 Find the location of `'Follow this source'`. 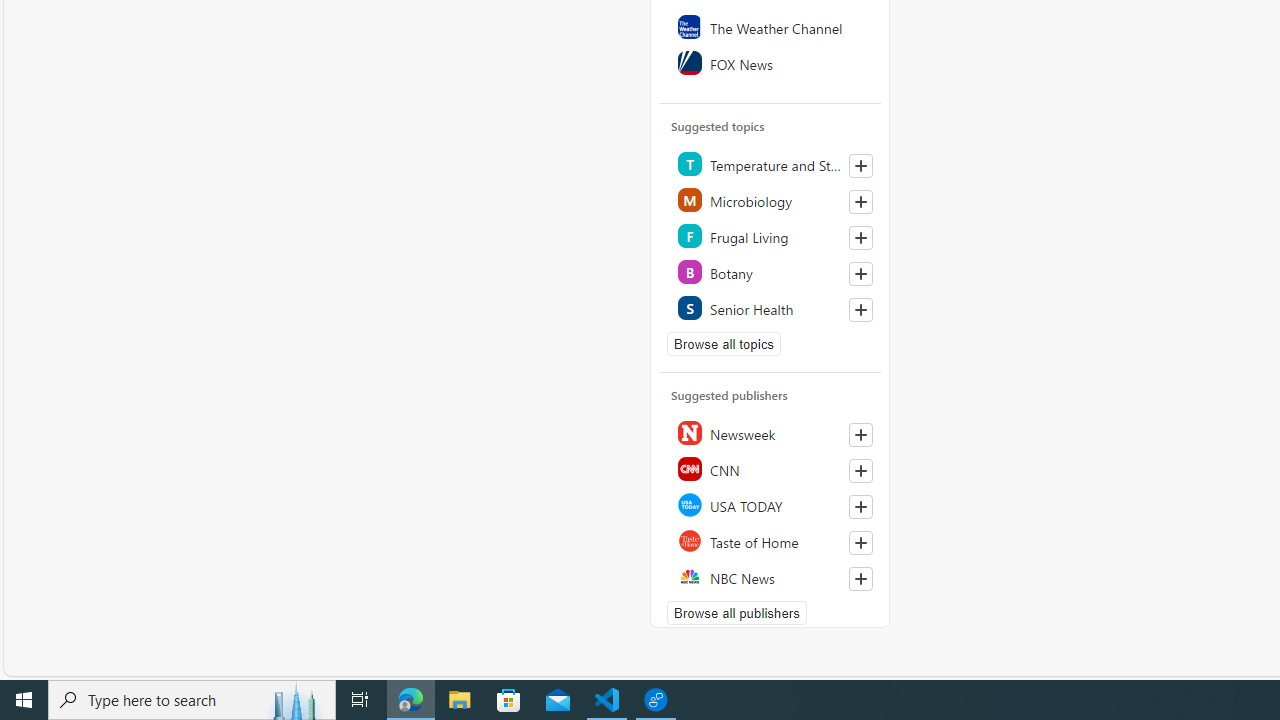

'Follow this source' is located at coordinates (860, 579).